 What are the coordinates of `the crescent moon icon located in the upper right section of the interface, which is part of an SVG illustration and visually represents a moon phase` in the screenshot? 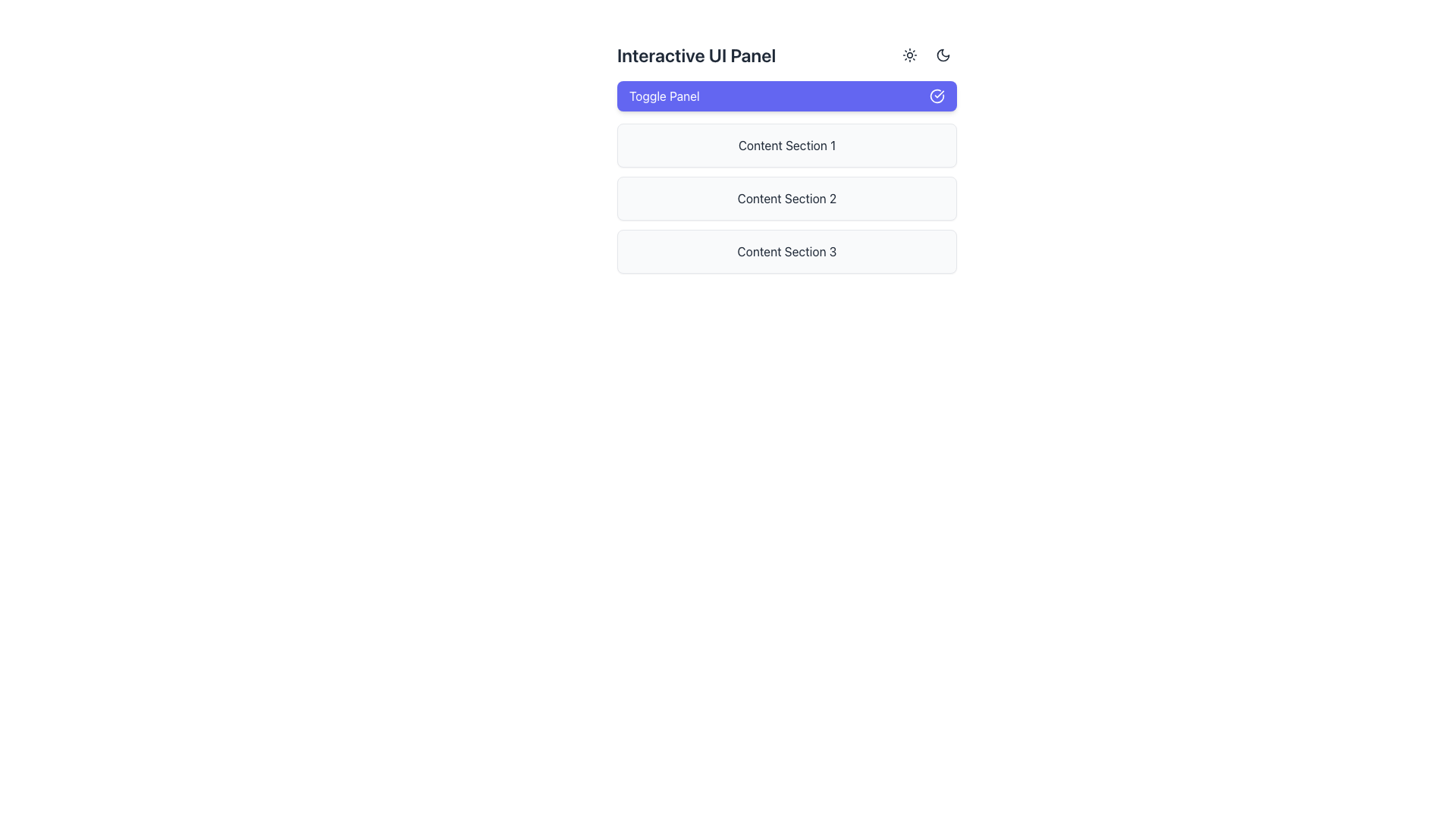 It's located at (942, 55).